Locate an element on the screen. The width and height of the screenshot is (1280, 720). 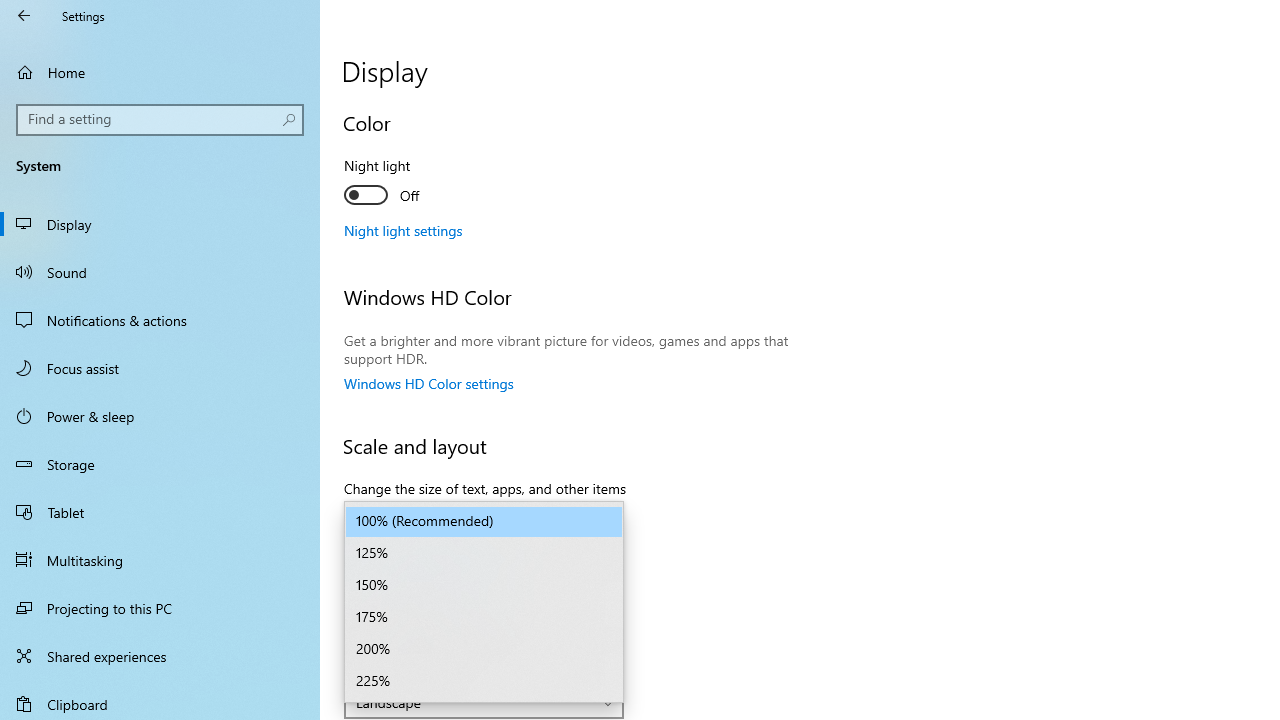
'Multitasking' is located at coordinates (160, 559).